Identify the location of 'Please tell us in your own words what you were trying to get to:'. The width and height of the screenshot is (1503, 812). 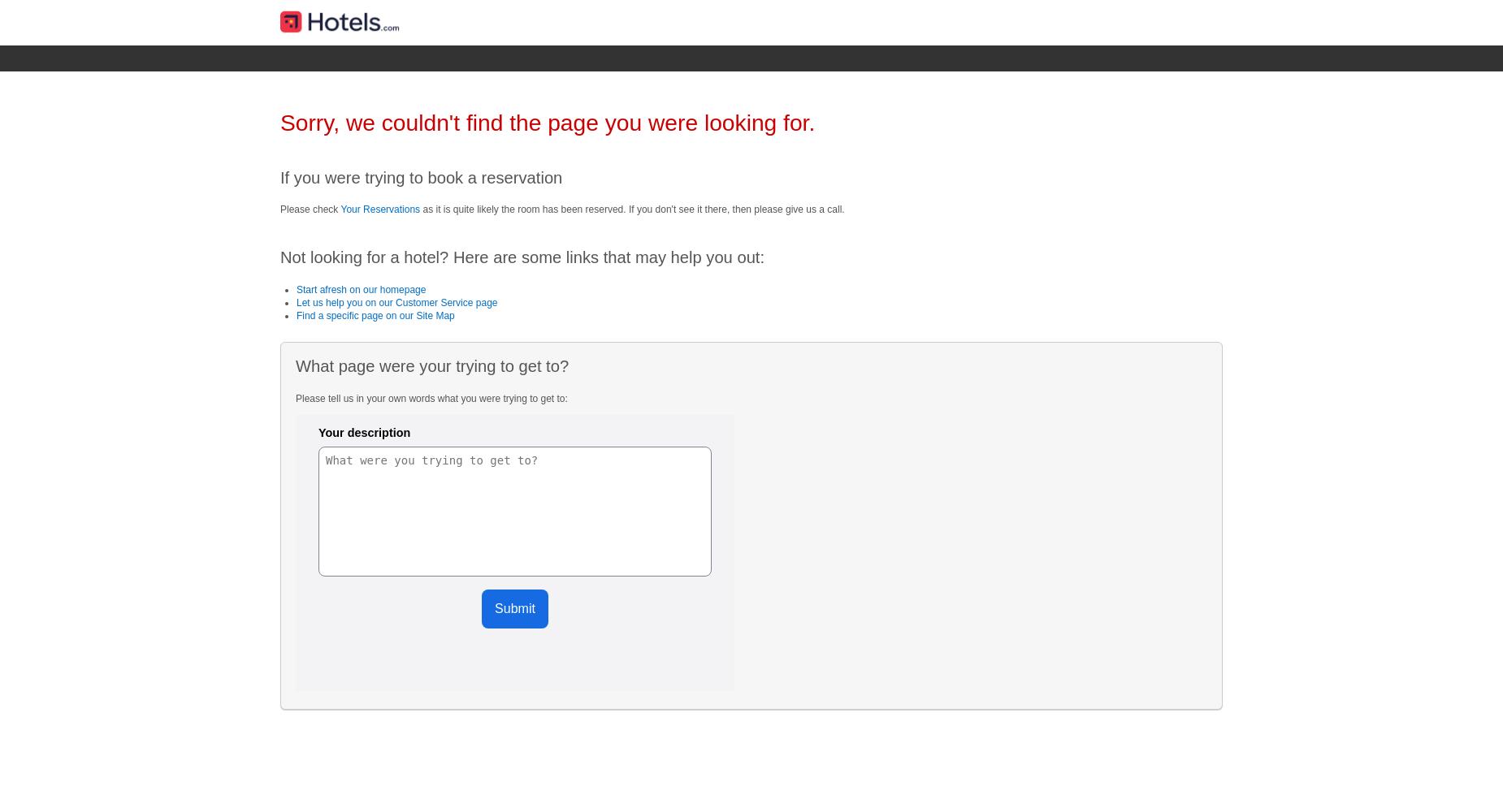
(431, 397).